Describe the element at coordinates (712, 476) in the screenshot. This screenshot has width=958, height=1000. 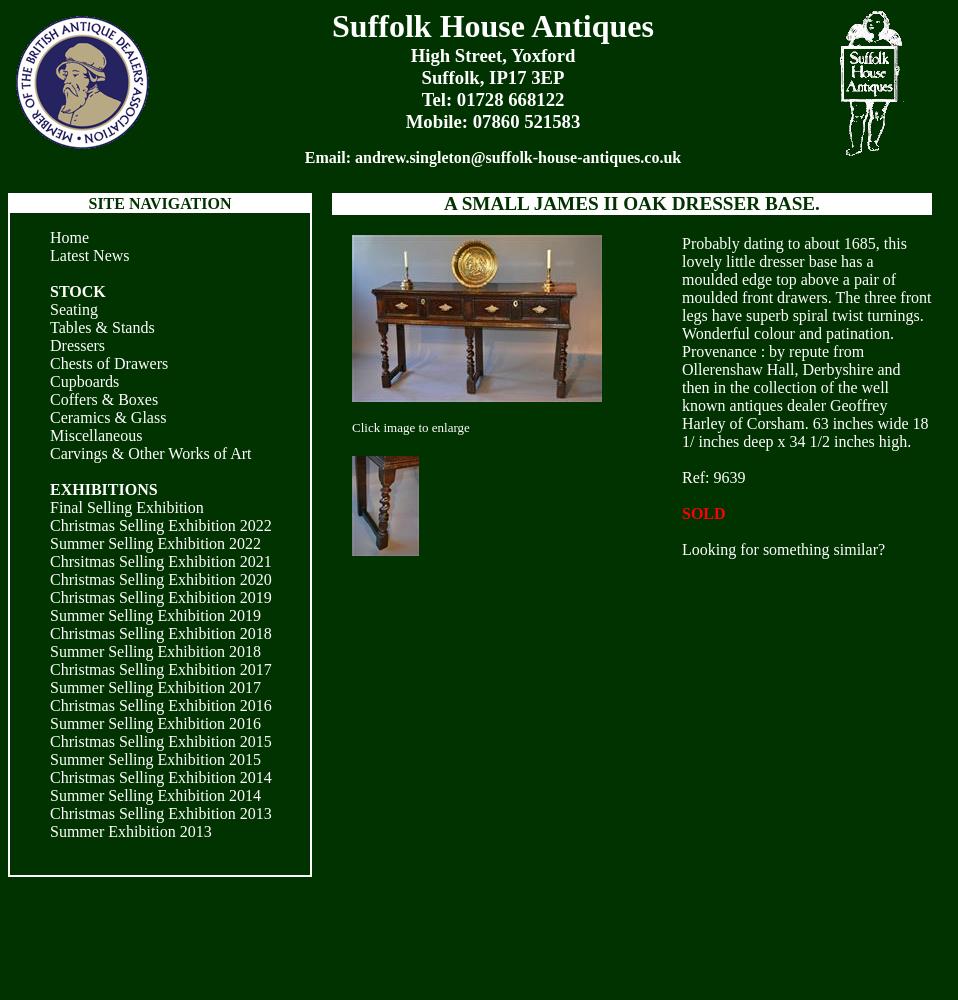
I see `'Ref: 9639'` at that location.